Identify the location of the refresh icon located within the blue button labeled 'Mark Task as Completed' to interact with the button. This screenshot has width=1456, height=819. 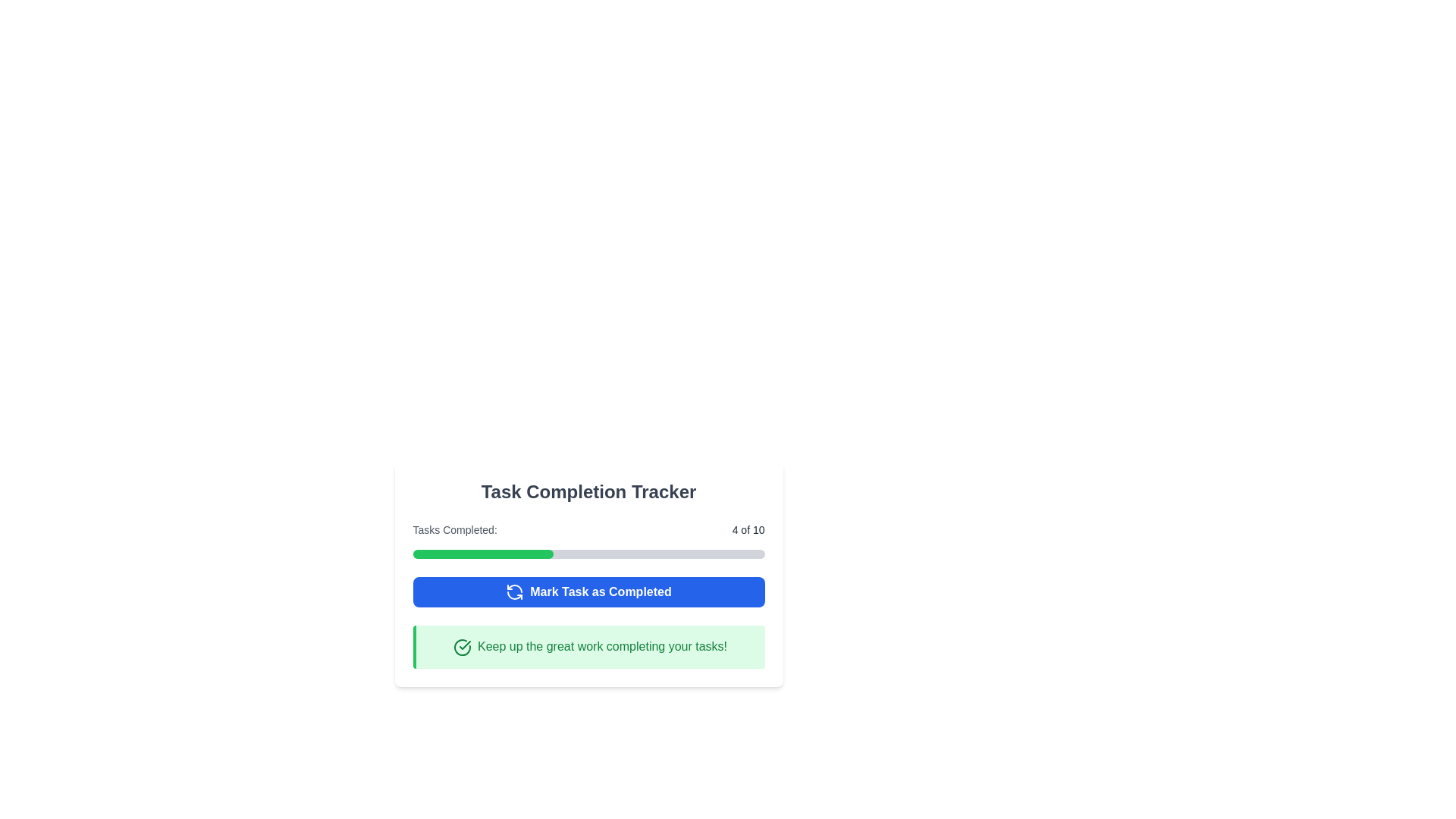
(515, 591).